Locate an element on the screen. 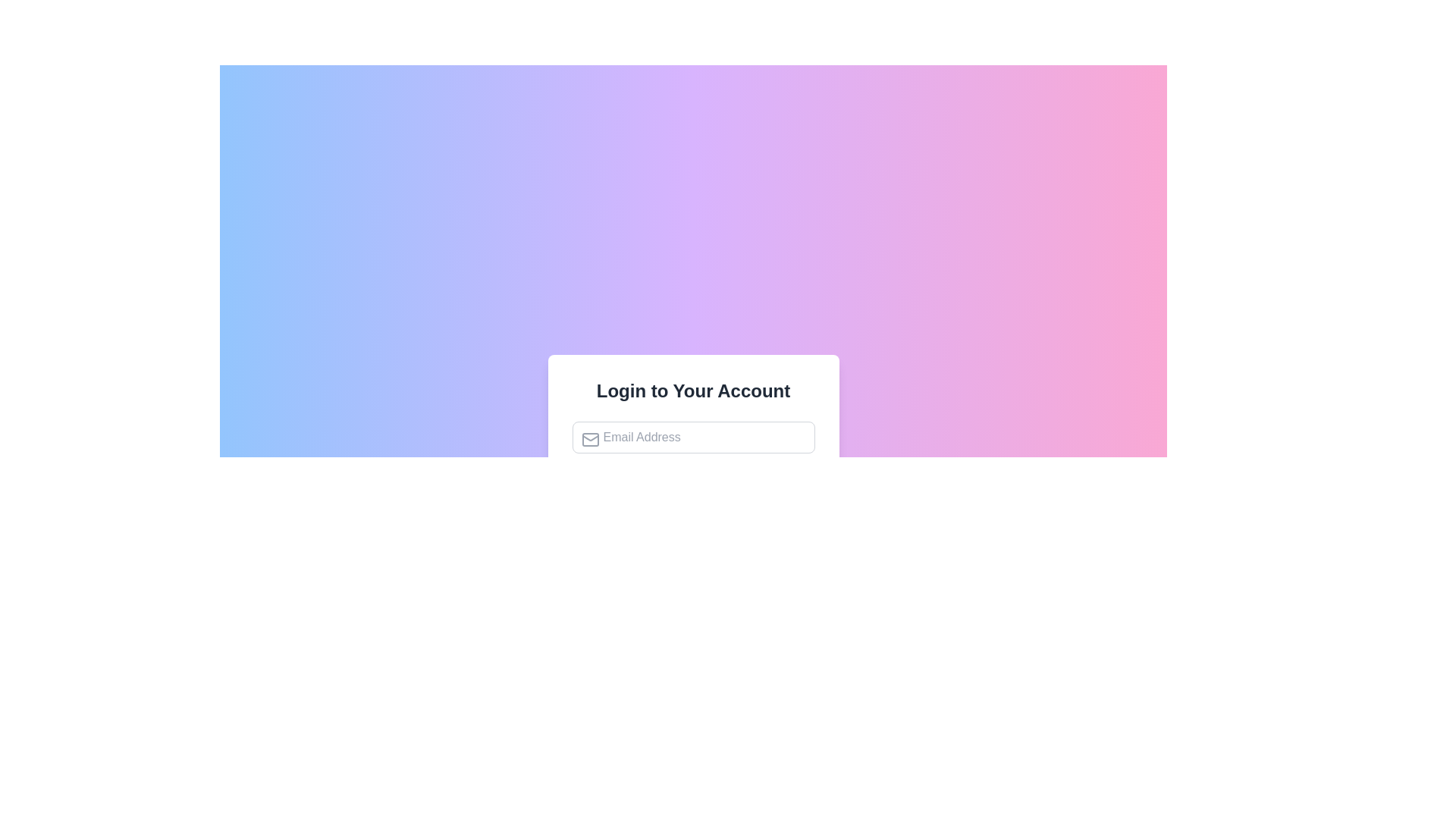  the gray mail icon, which is a rectangular envelope shape with a flap, located to the left of the email input field in the login interface is located at coordinates (589, 439).